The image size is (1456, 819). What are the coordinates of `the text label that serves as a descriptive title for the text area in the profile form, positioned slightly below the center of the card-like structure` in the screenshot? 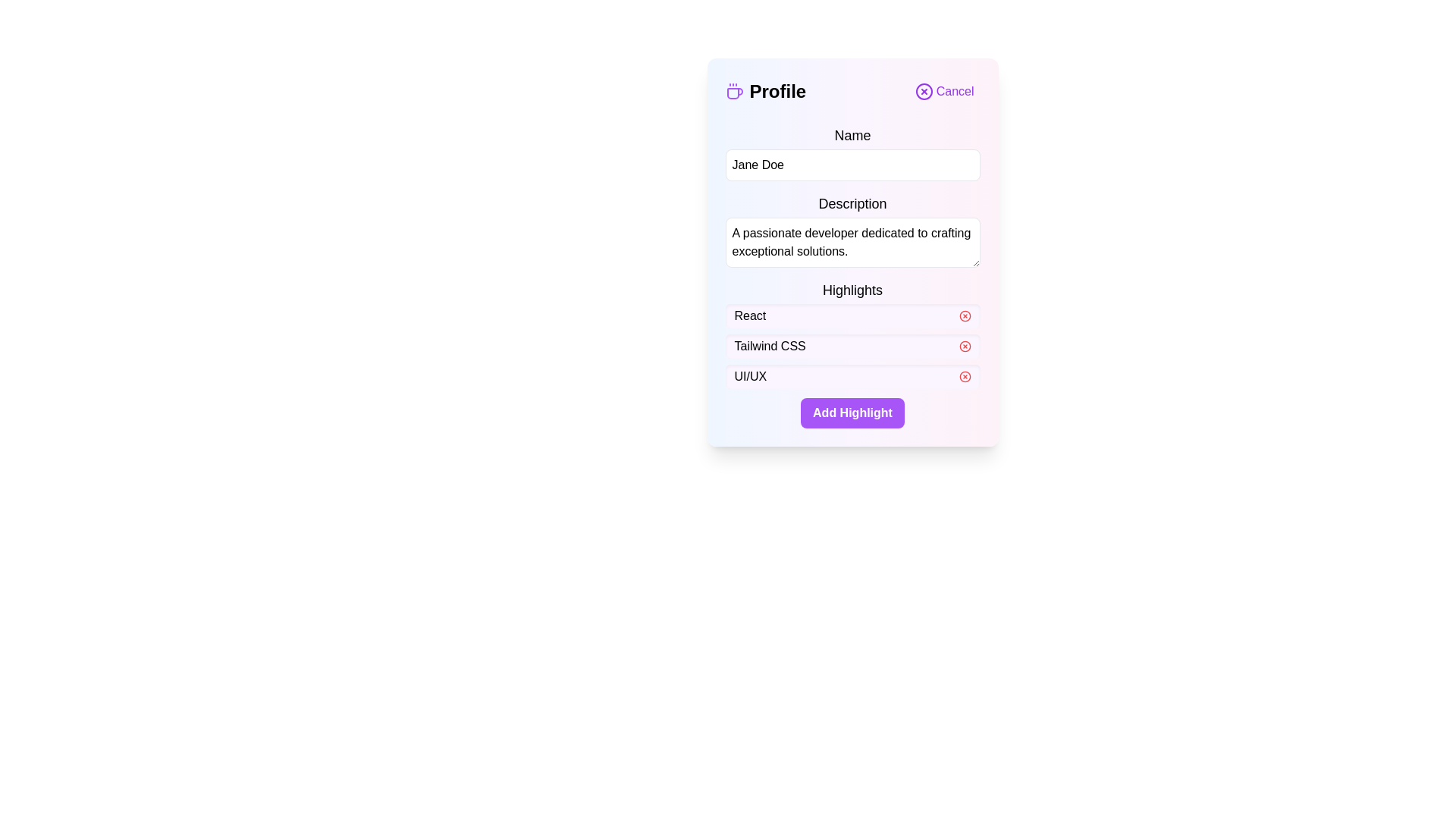 It's located at (852, 203).